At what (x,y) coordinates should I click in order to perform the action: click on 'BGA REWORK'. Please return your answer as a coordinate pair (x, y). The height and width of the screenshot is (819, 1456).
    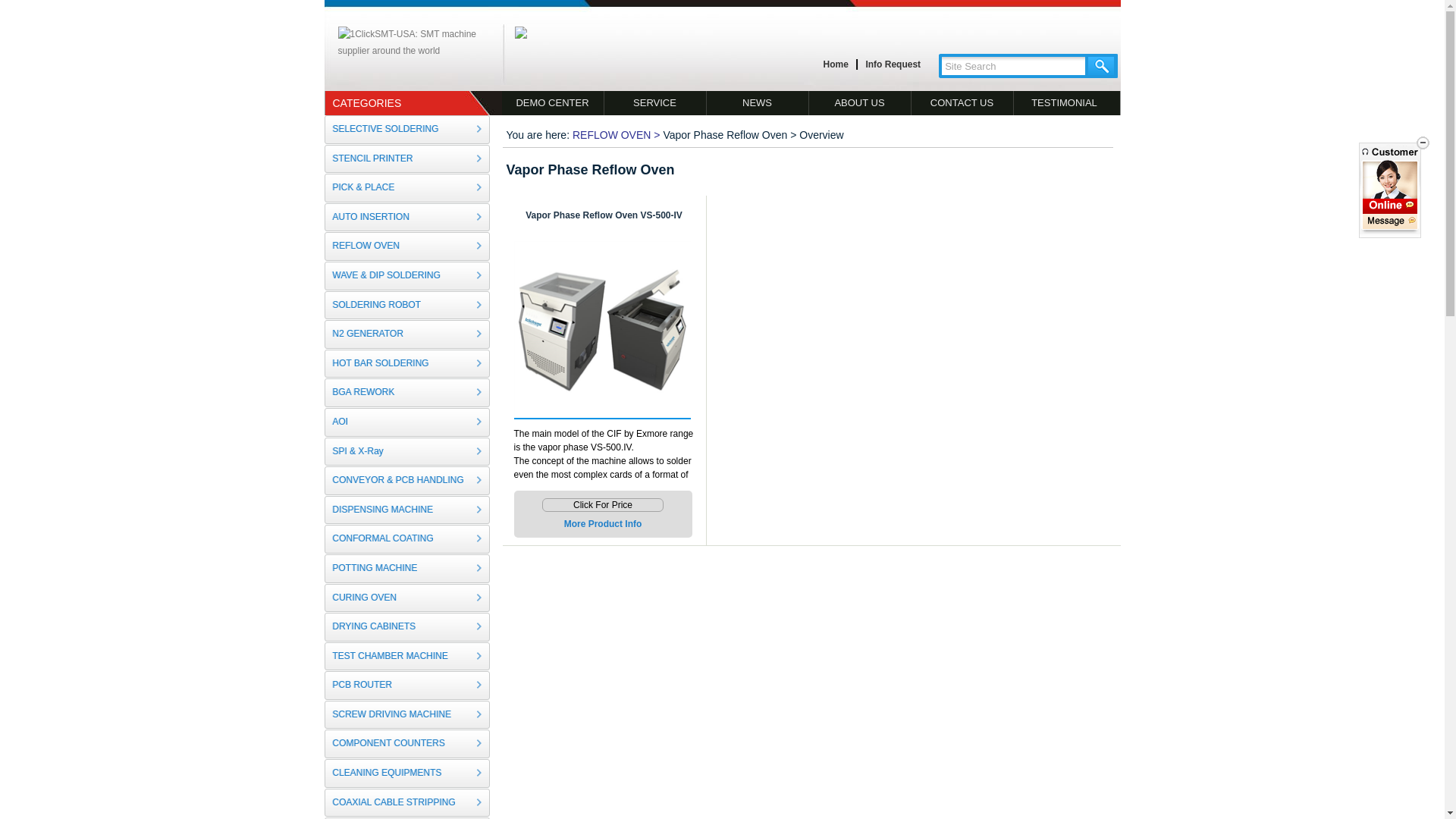
    Looking at the image, I should click on (407, 391).